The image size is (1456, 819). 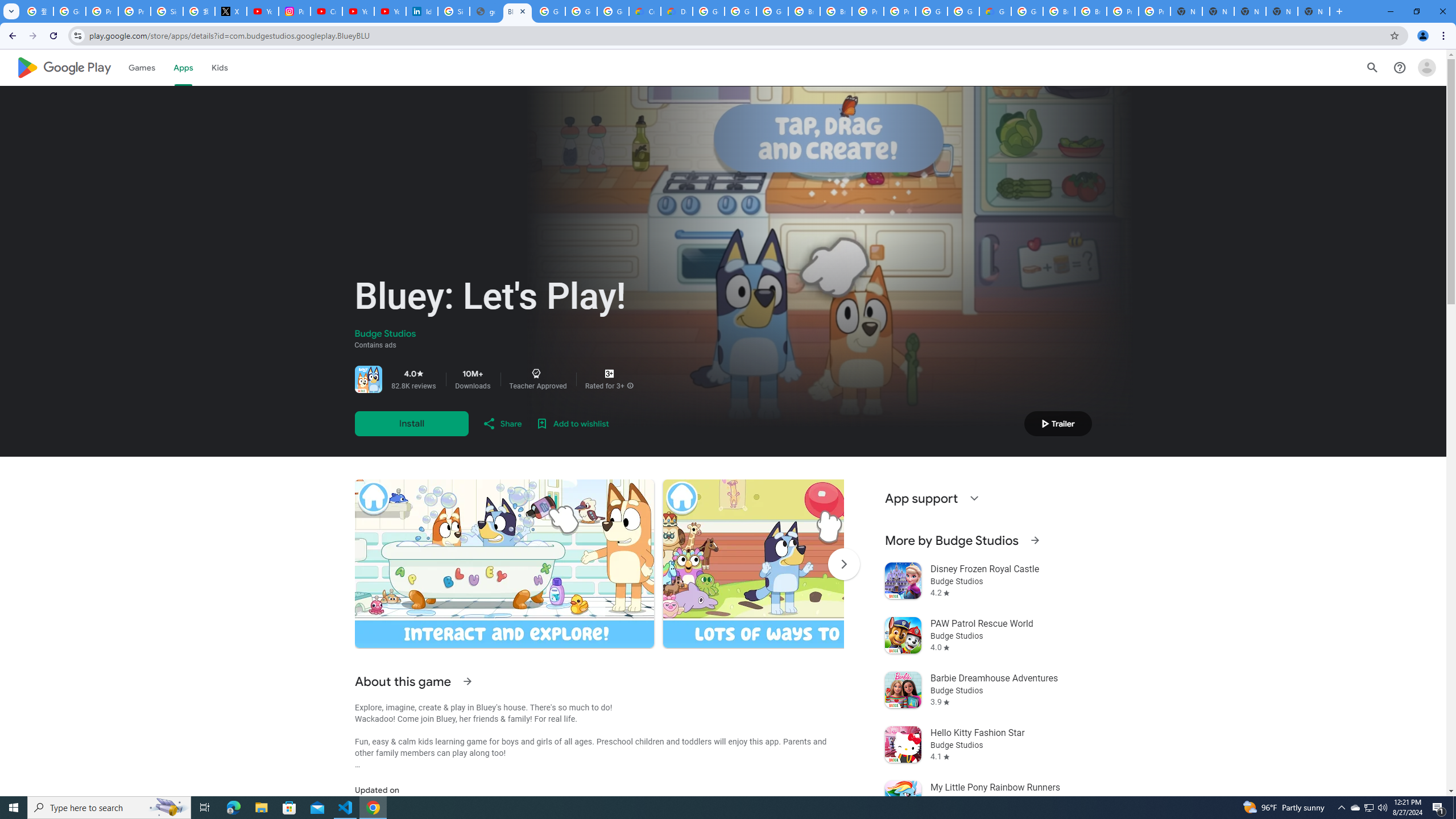 What do you see at coordinates (994, 11) in the screenshot?
I see `'Google Cloud Estimate Summary'` at bounding box center [994, 11].